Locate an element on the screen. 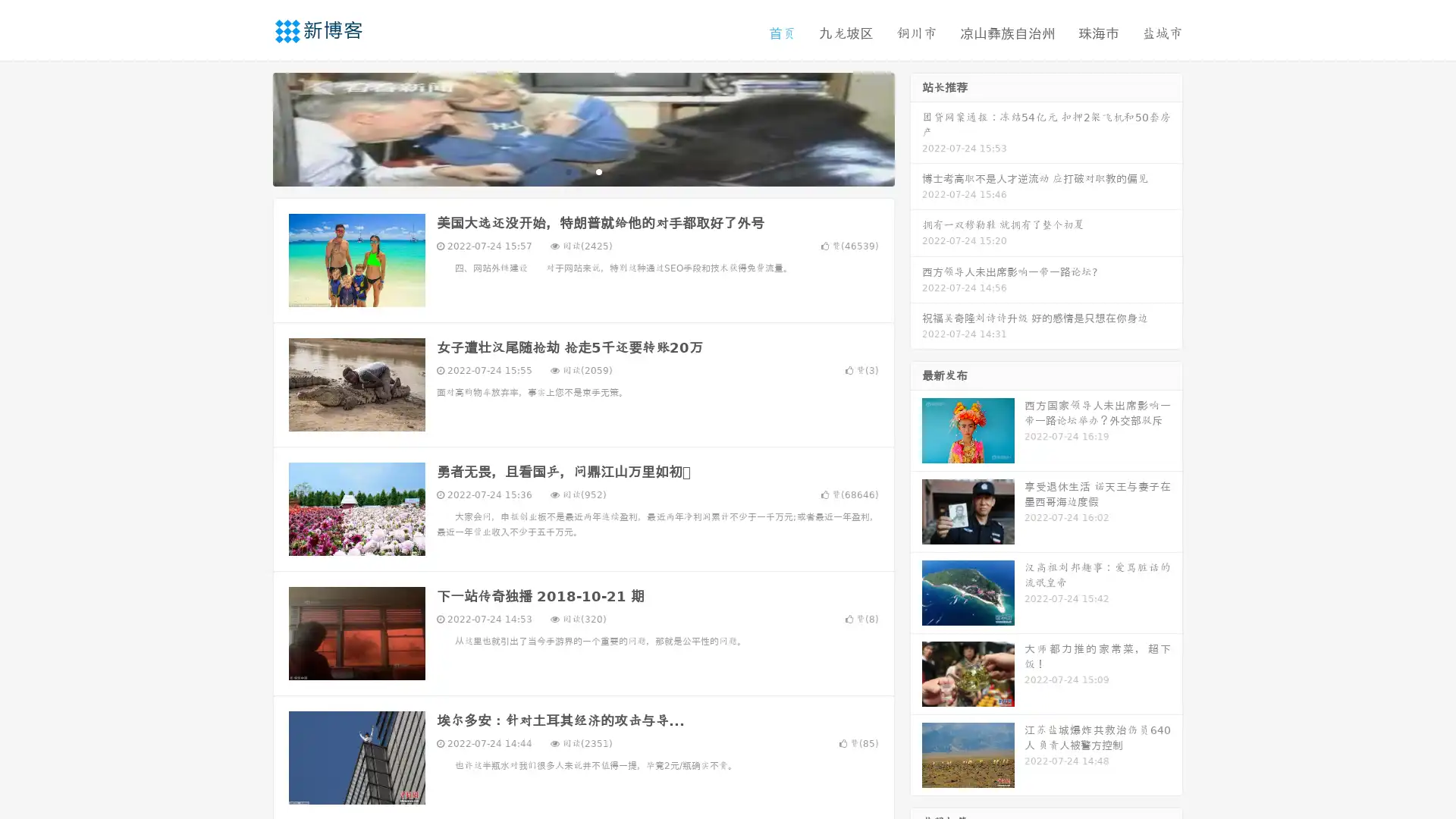 The height and width of the screenshot is (819, 1456). Go to slide 2 is located at coordinates (582, 171).